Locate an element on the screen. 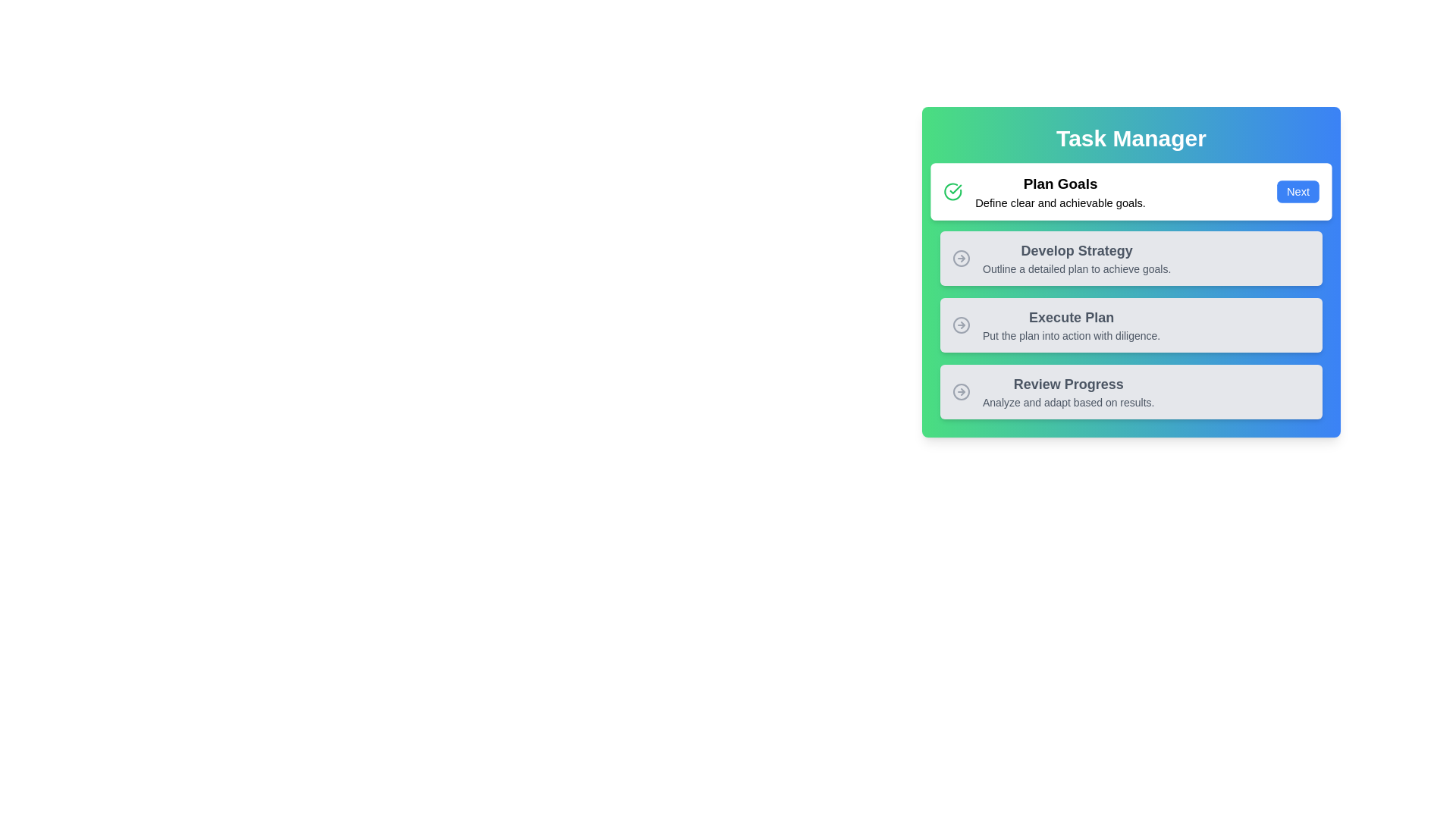 Image resolution: width=1456 pixels, height=819 pixels. the navigational icon located to the left of the 'Execute Plan' text in the 'Execute Plan' section of the Task Manager is located at coordinates (960, 324).